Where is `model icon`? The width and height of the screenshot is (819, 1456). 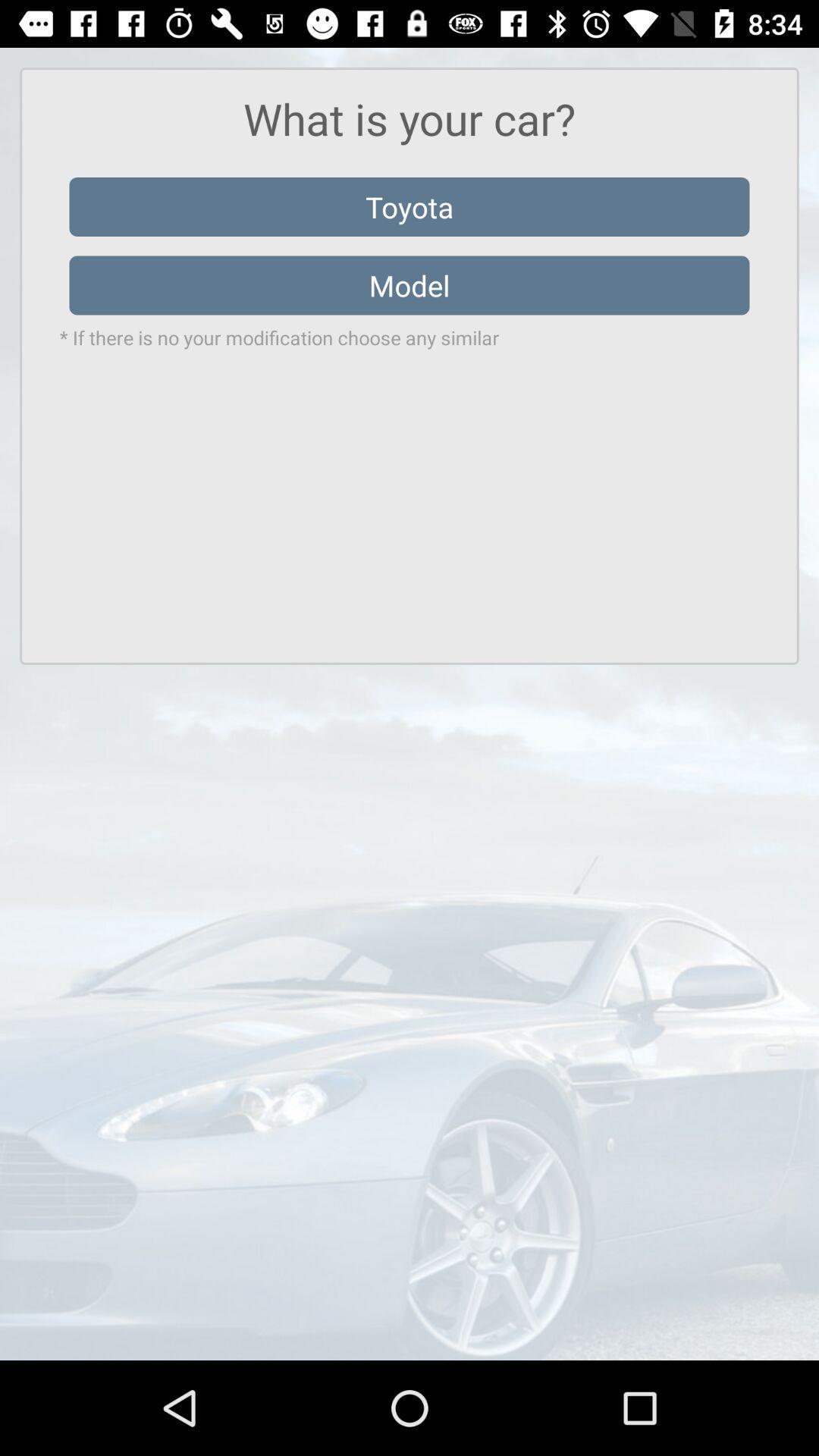 model icon is located at coordinates (409, 285).